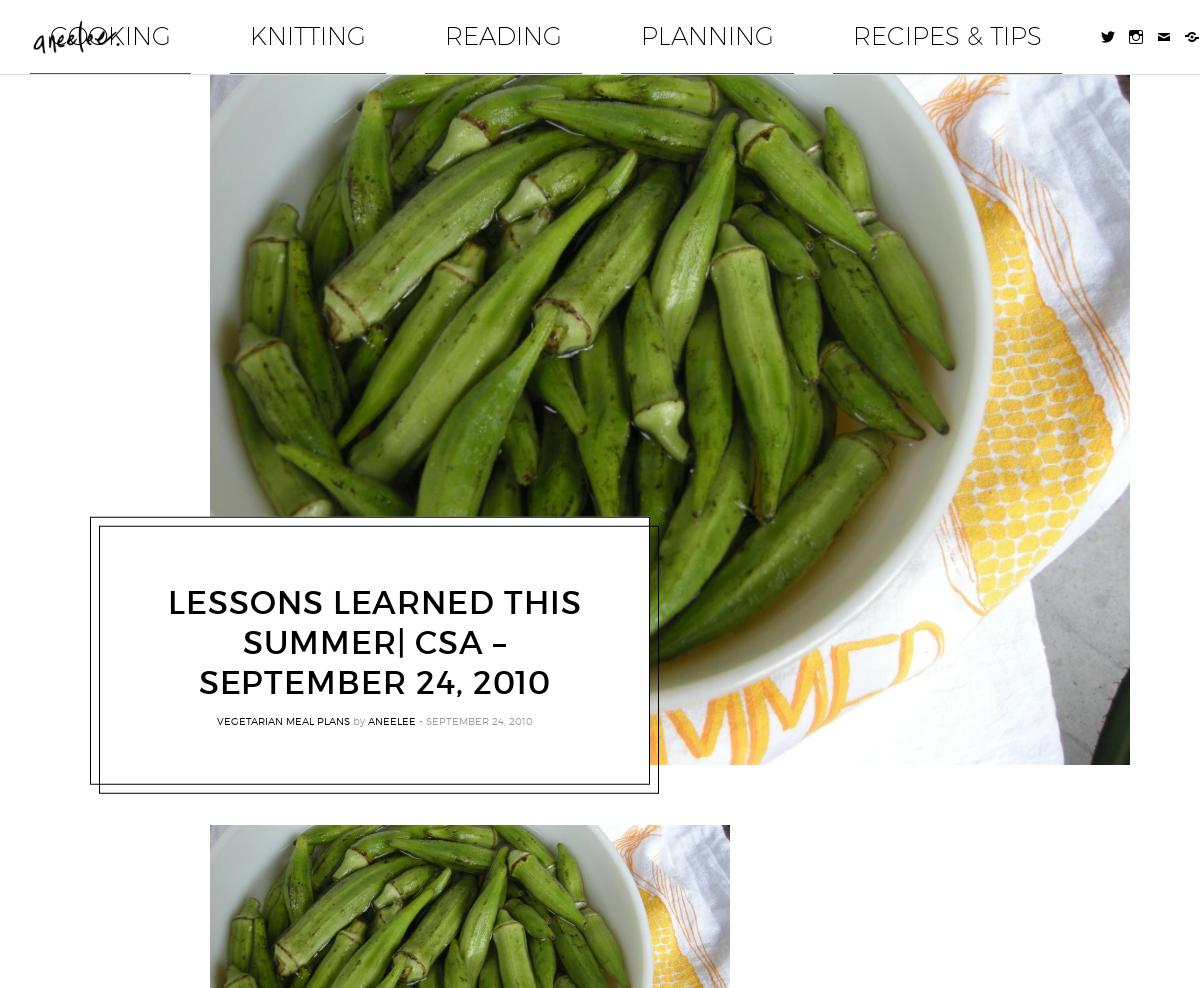 The width and height of the screenshot is (1200, 988). What do you see at coordinates (621, 26) in the screenshot?
I see `'knitting'` at bounding box center [621, 26].